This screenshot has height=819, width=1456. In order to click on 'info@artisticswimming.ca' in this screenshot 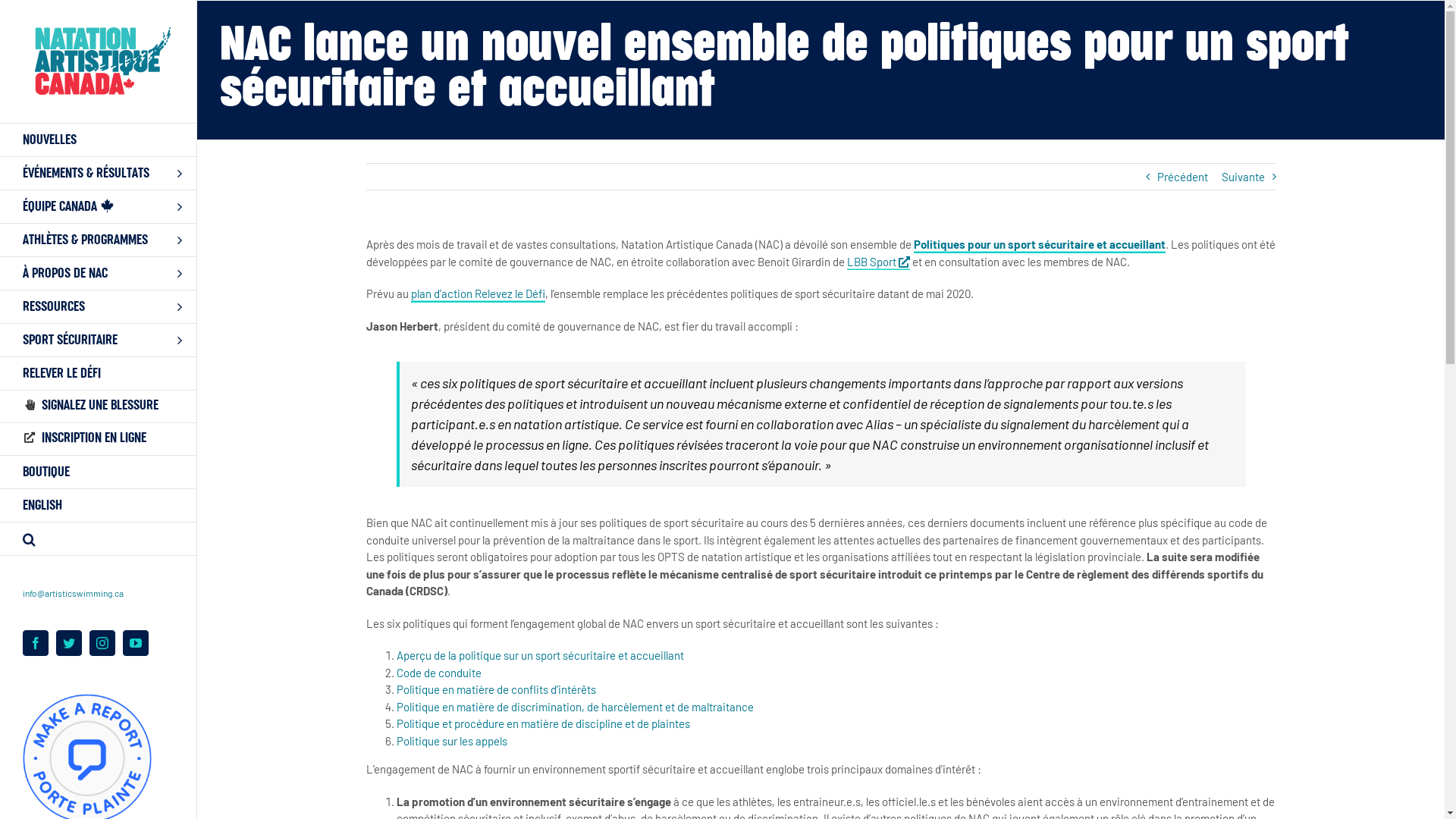, I will do `click(72, 592)`.